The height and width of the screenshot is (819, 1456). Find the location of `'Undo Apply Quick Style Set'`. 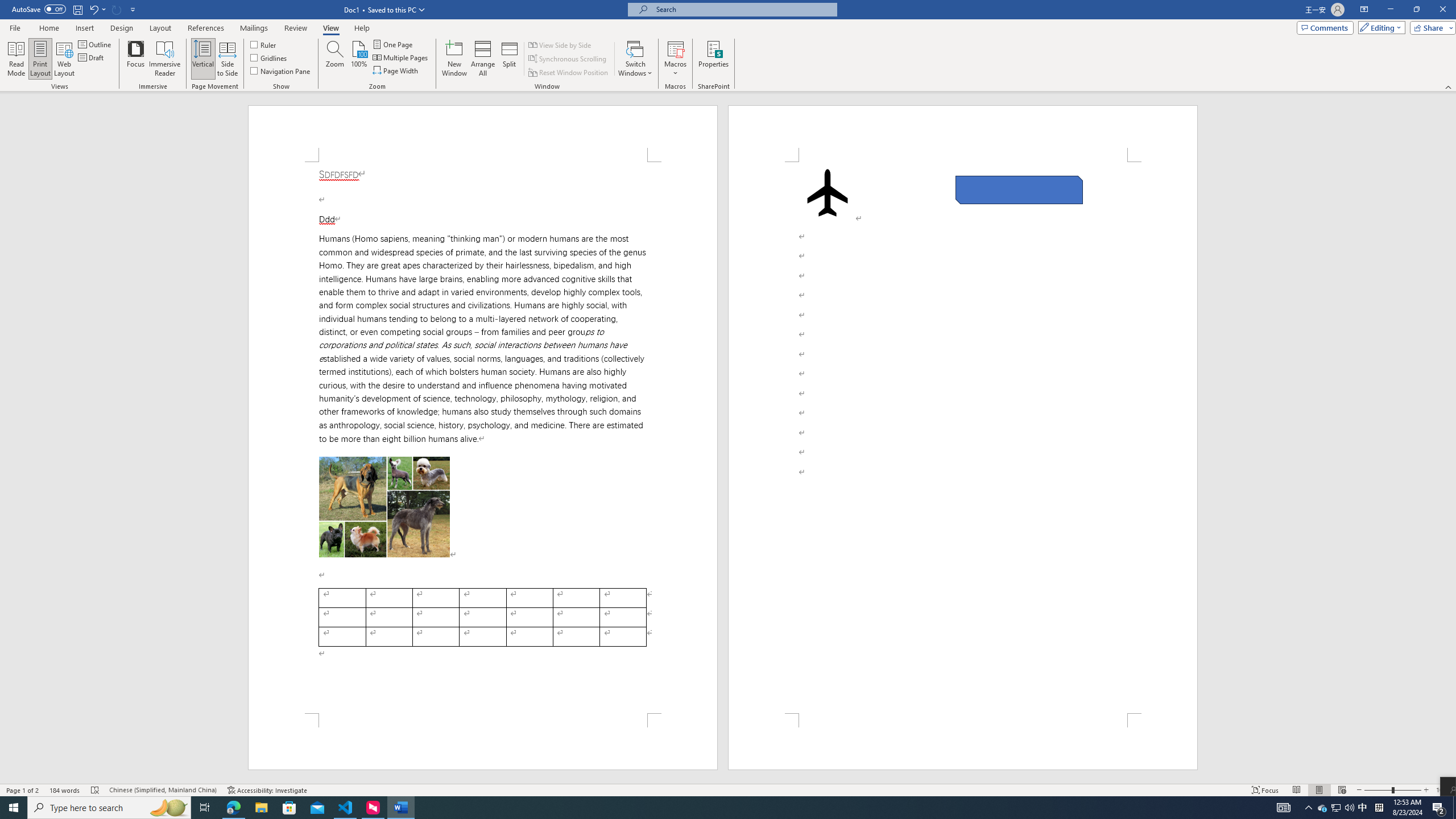

'Undo Apply Quick Style Set' is located at coordinates (93, 9).